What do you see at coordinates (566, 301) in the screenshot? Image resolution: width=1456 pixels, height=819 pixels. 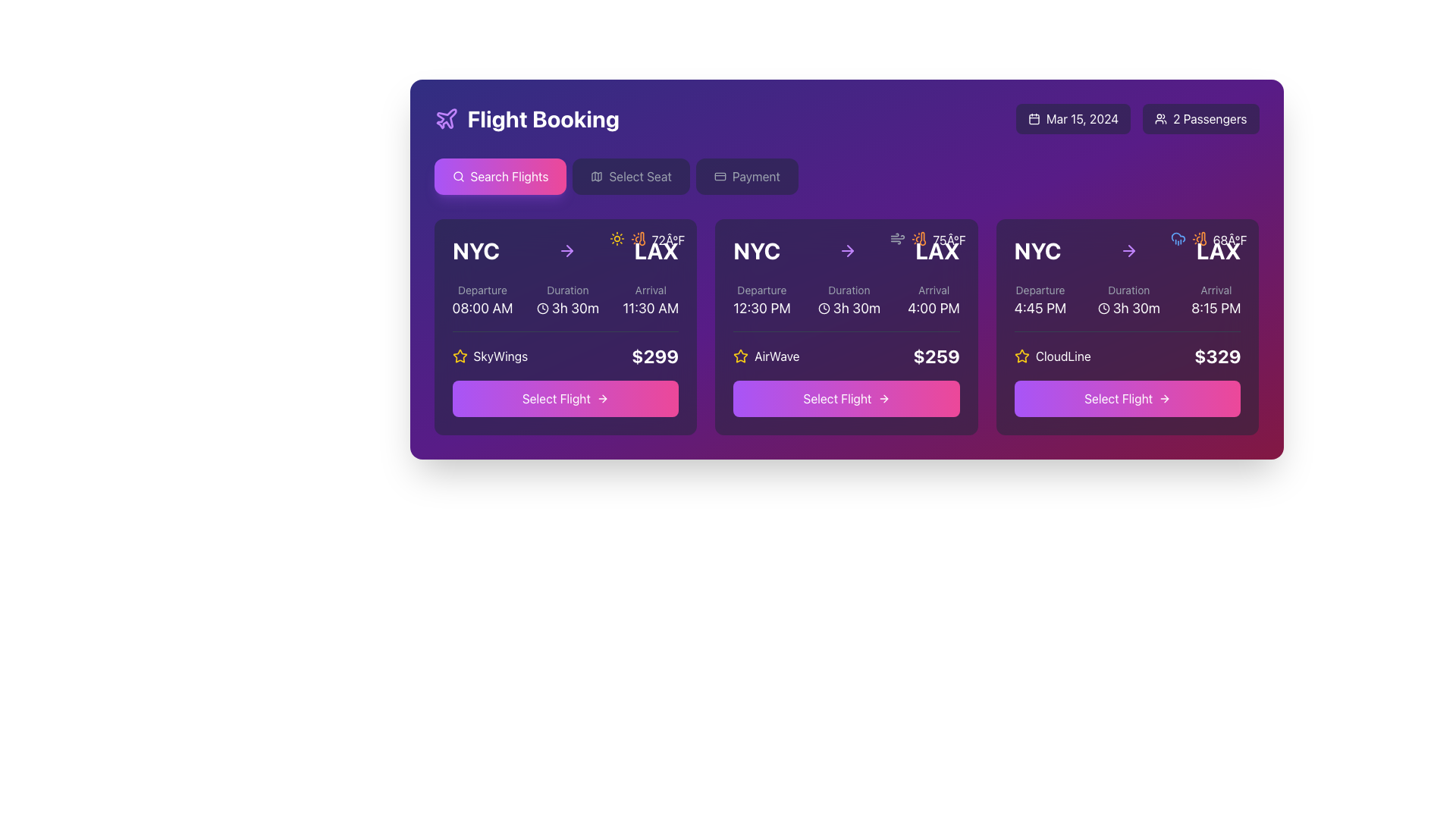 I see `the static text element that provides information about the duration of the selected flight, located in the 'Duration' section of the first flight card, above the price and below the 'NYC → LAX' flight route` at bounding box center [566, 301].